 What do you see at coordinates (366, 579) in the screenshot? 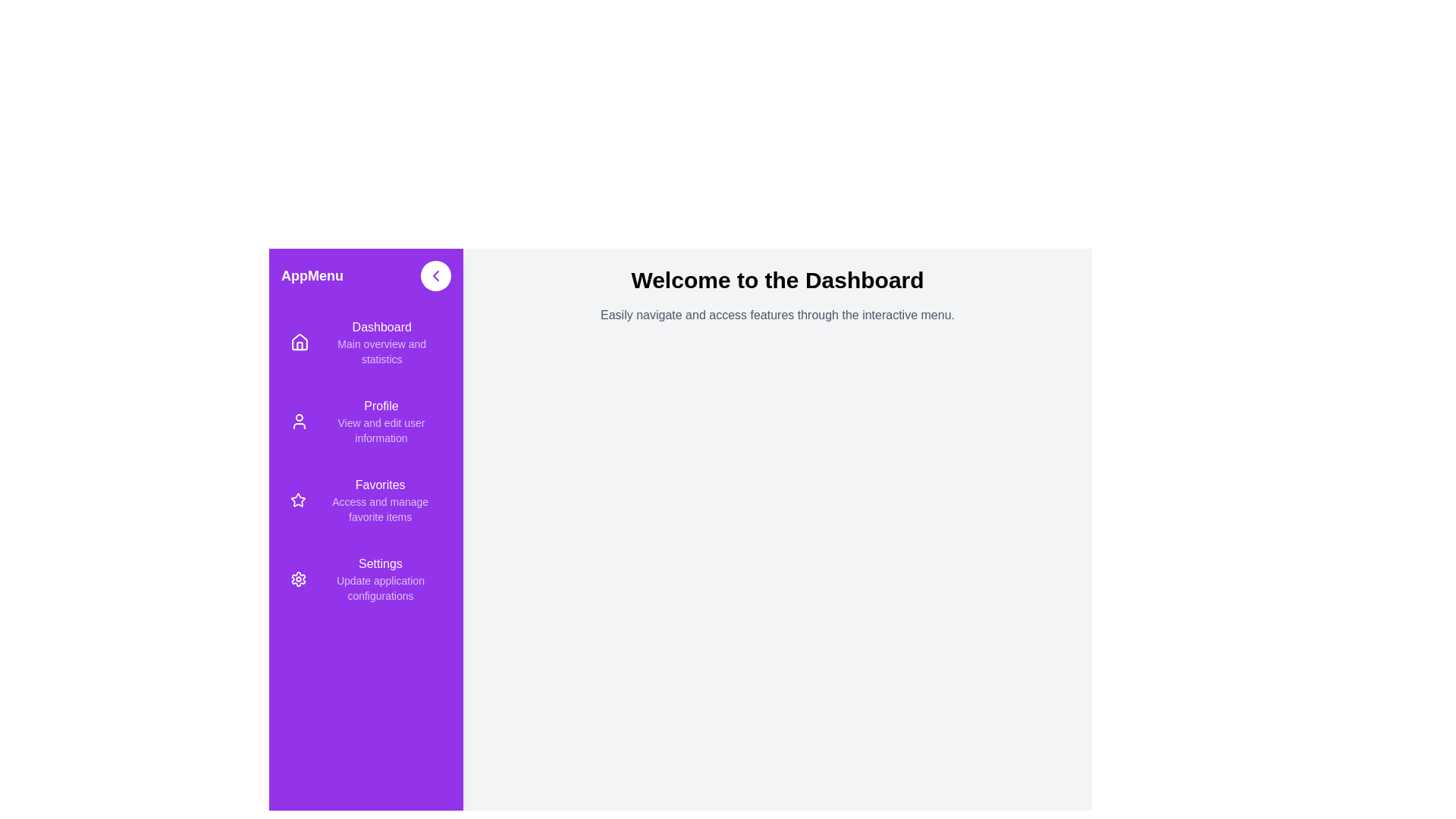
I see `the menu item Settings to highlight it` at bounding box center [366, 579].